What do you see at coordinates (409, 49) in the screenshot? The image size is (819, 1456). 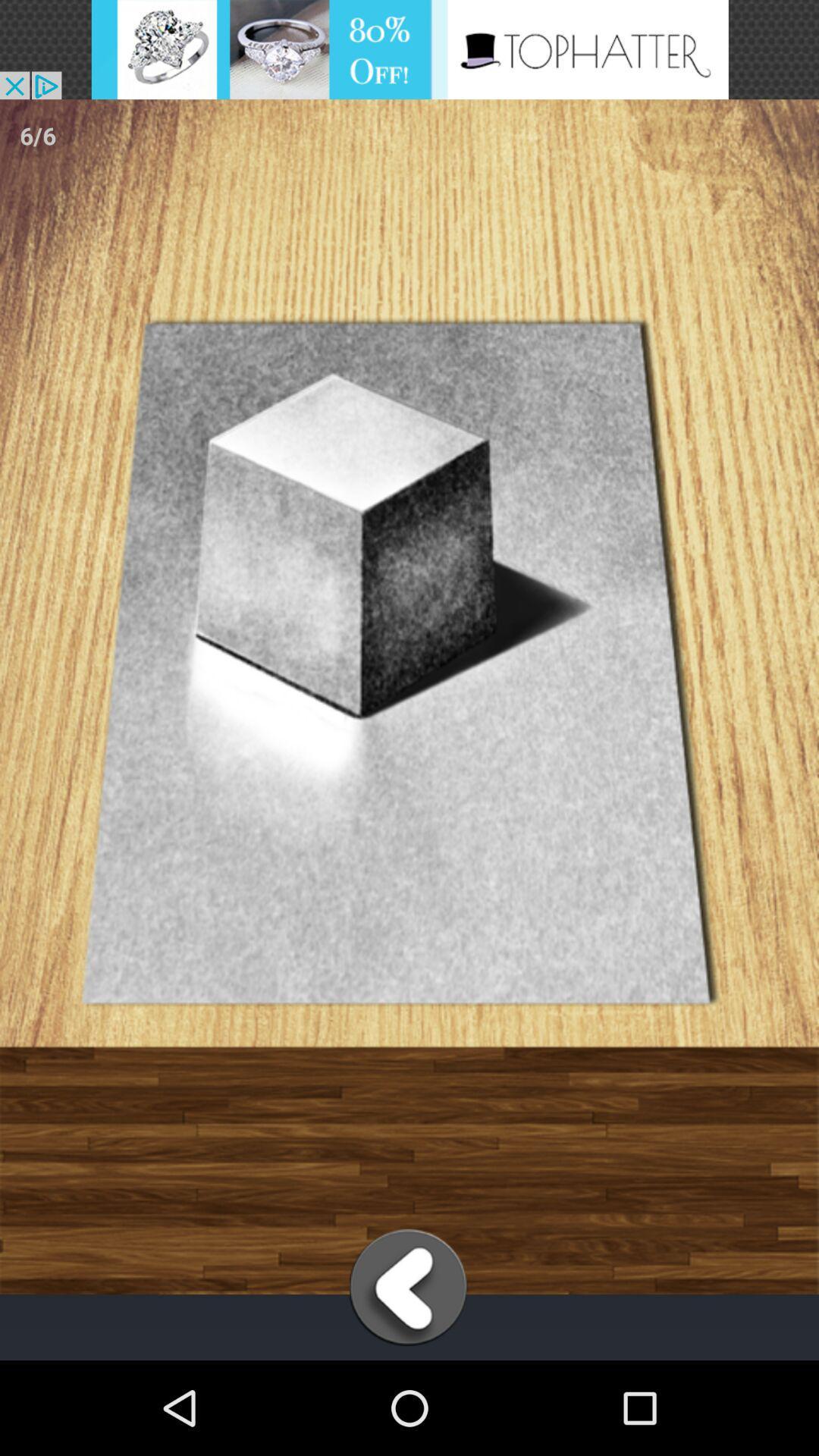 I see `open the advertisement` at bounding box center [409, 49].